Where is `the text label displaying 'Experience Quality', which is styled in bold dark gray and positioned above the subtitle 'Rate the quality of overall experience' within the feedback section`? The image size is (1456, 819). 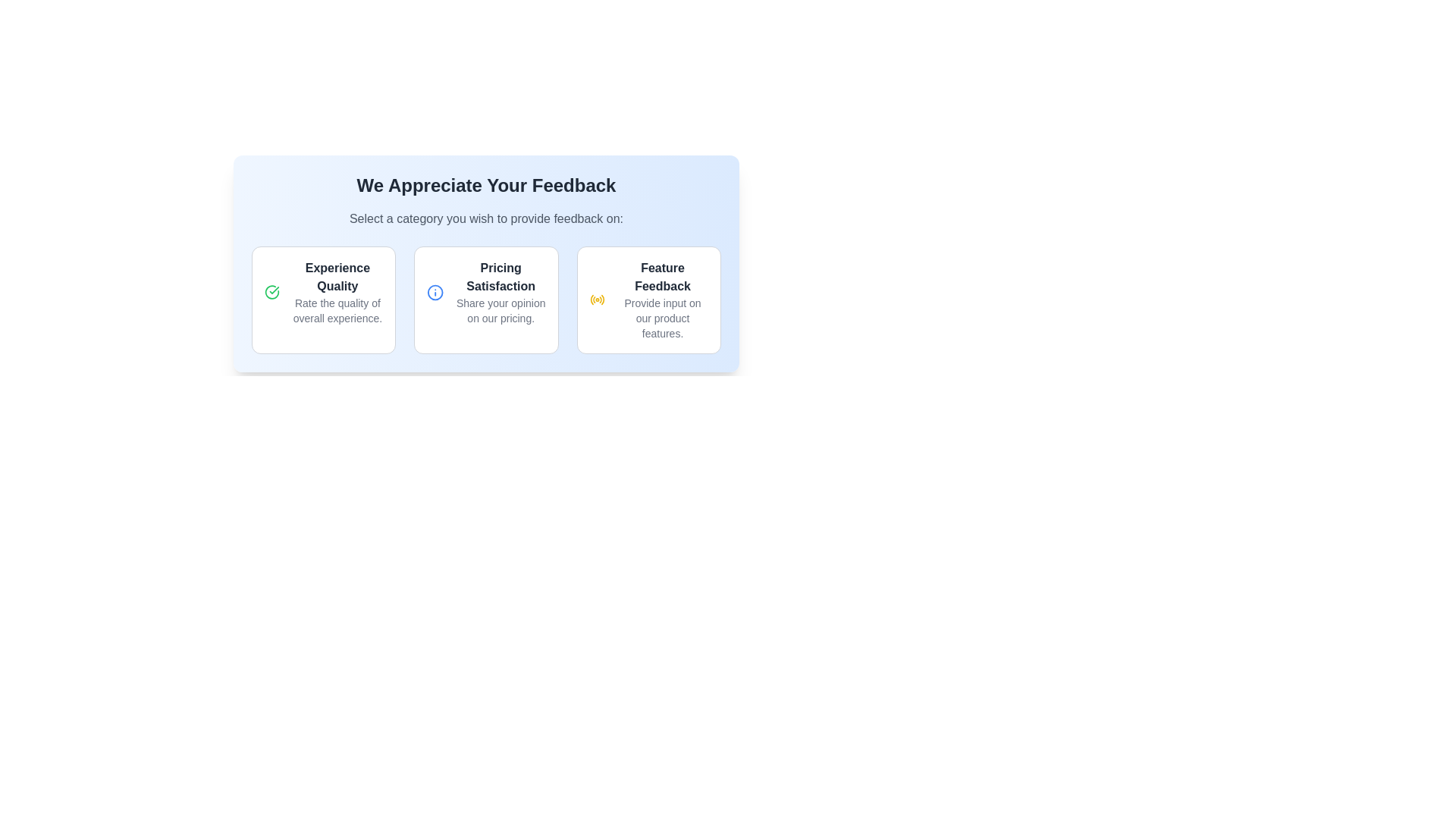
the text label displaying 'Experience Quality', which is styled in bold dark gray and positioned above the subtitle 'Rate the quality of overall experience' within the feedback section is located at coordinates (337, 278).